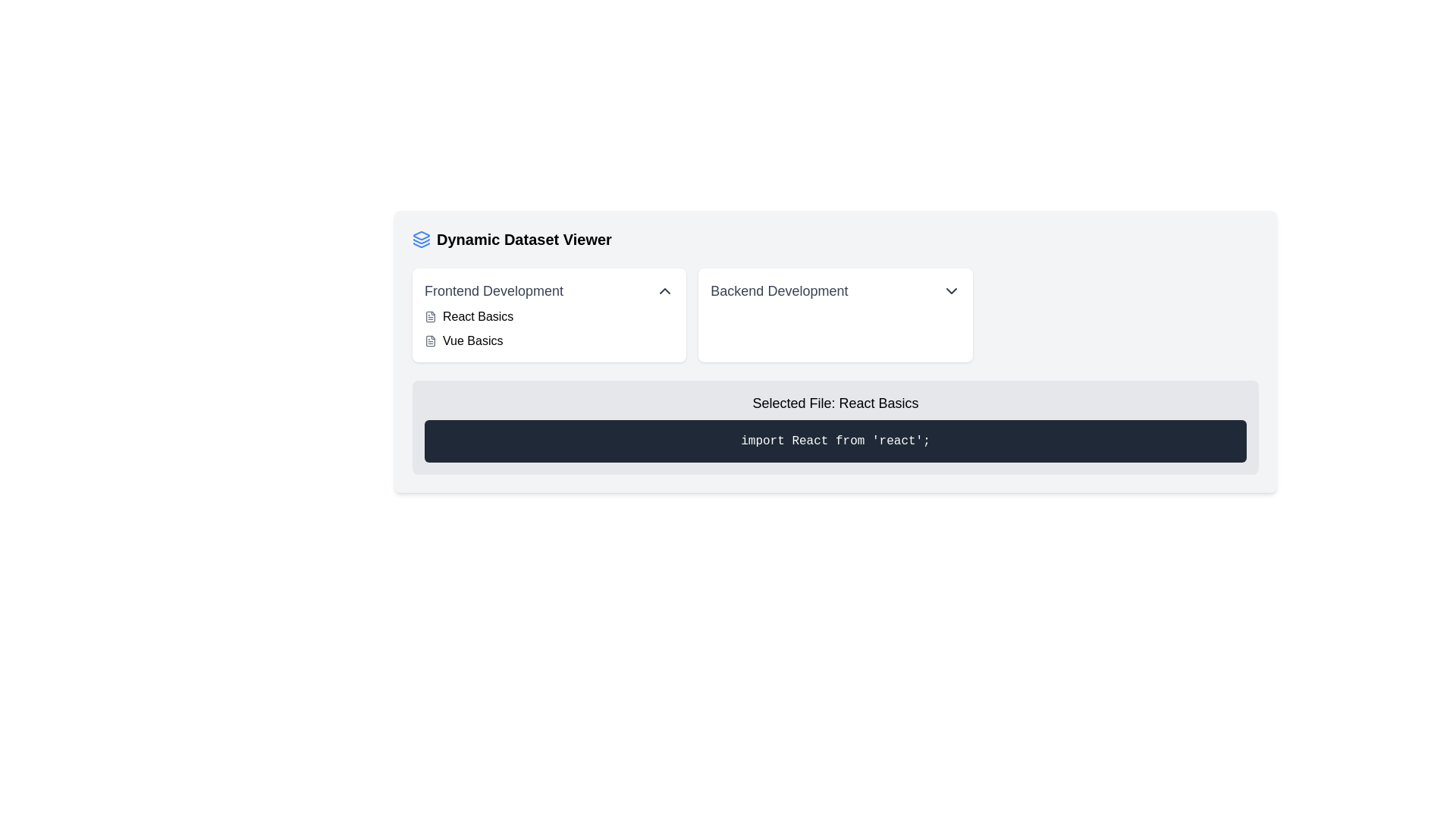 The image size is (1456, 819). Describe the element at coordinates (665, 291) in the screenshot. I see `the upward-pointing chevron icon next to the 'Frontend Development' text` at that location.